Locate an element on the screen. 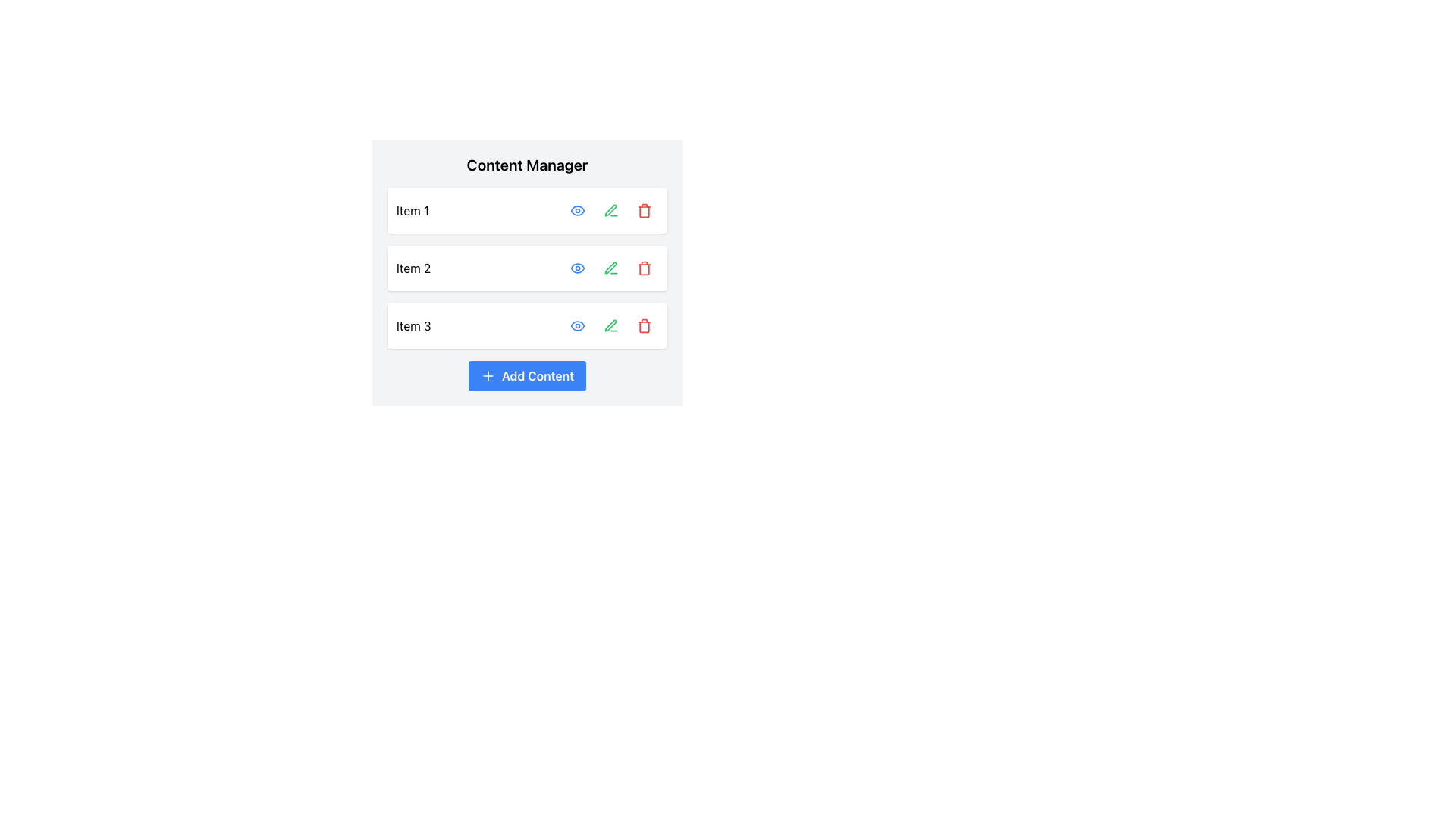 This screenshot has width=1456, height=819. the delete button located in the action buttons section of 'Item 1' in the 'Content Manager' interface is located at coordinates (644, 210).